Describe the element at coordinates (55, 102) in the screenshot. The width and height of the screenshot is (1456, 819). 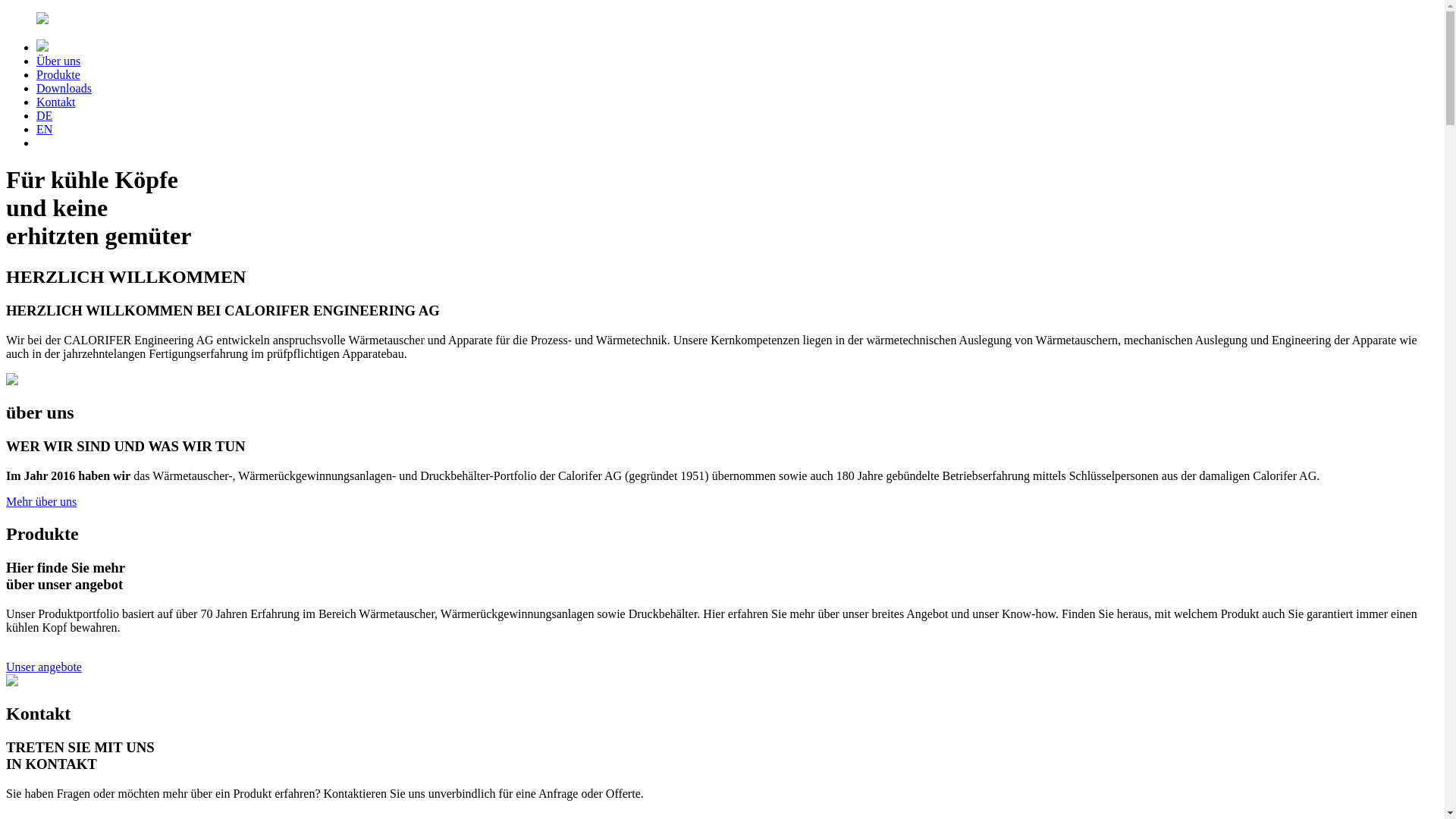
I see `'Kontakt'` at that location.